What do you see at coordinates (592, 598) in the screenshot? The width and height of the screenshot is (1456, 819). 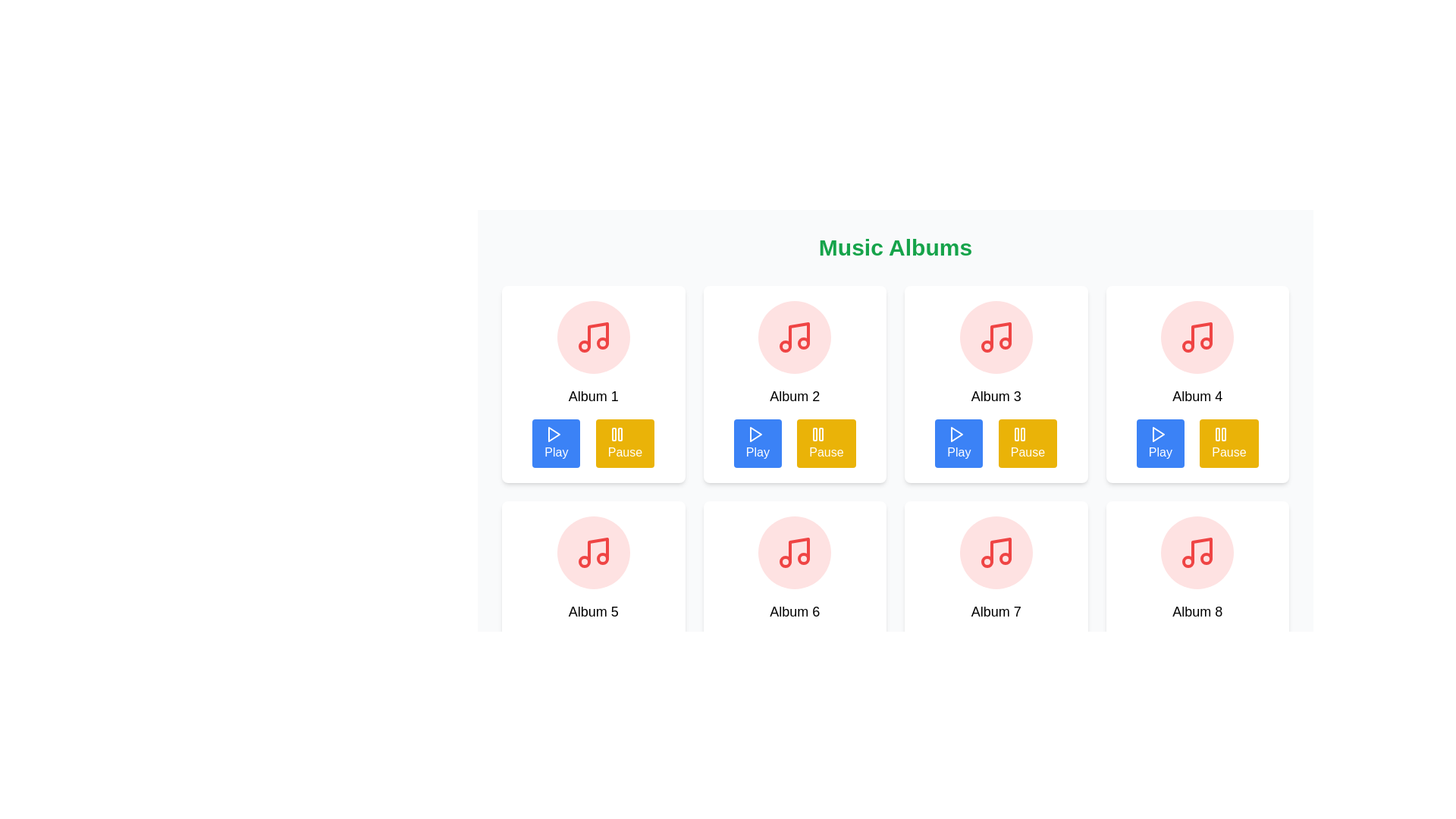 I see `the album title 'Album 5' on the card UI element representing the fifth album in the grid layout` at bounding box center [592, 598].